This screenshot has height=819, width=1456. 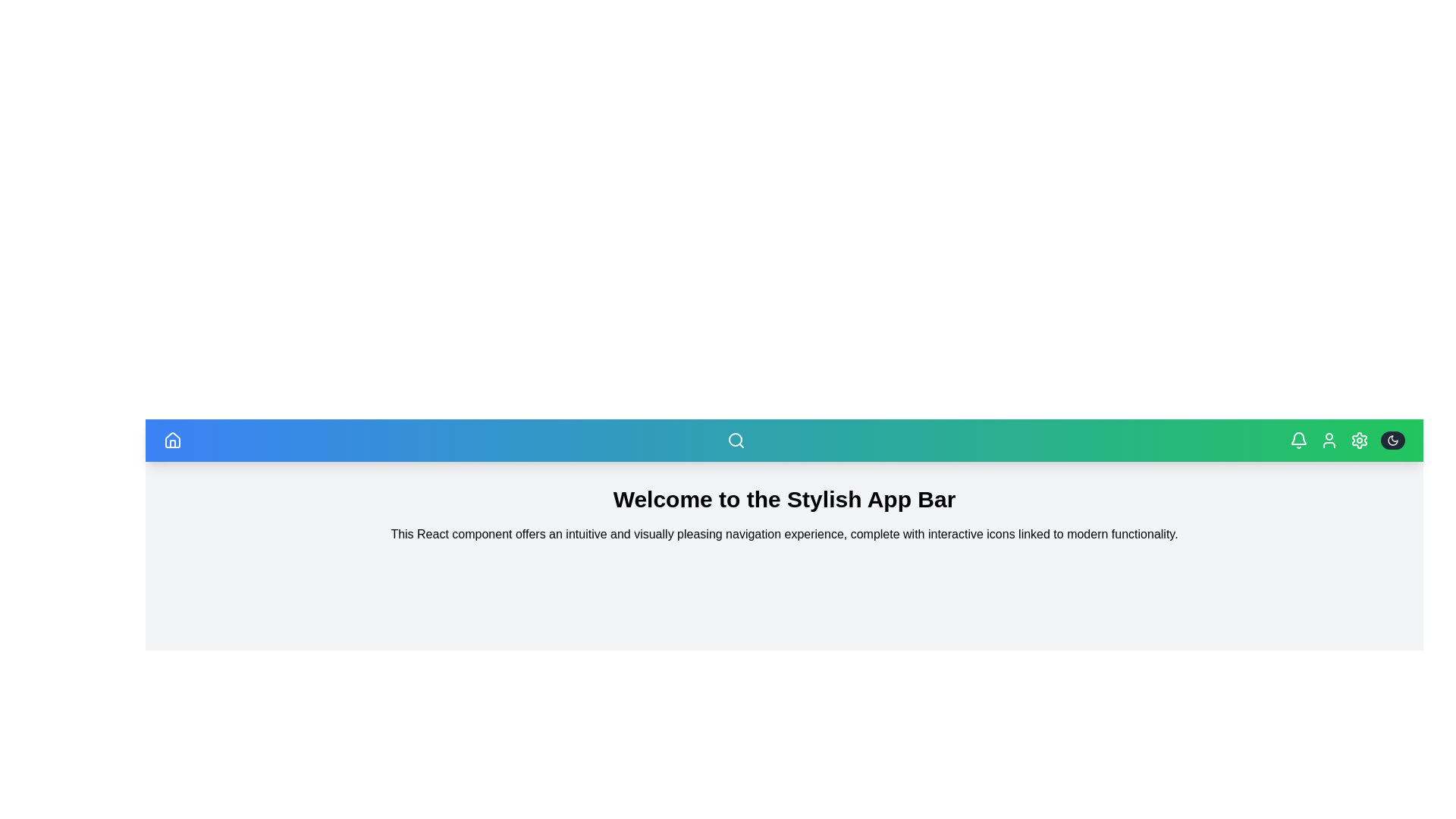 I want to click on the search icon to initiate a search, so click(x=736, y=441).